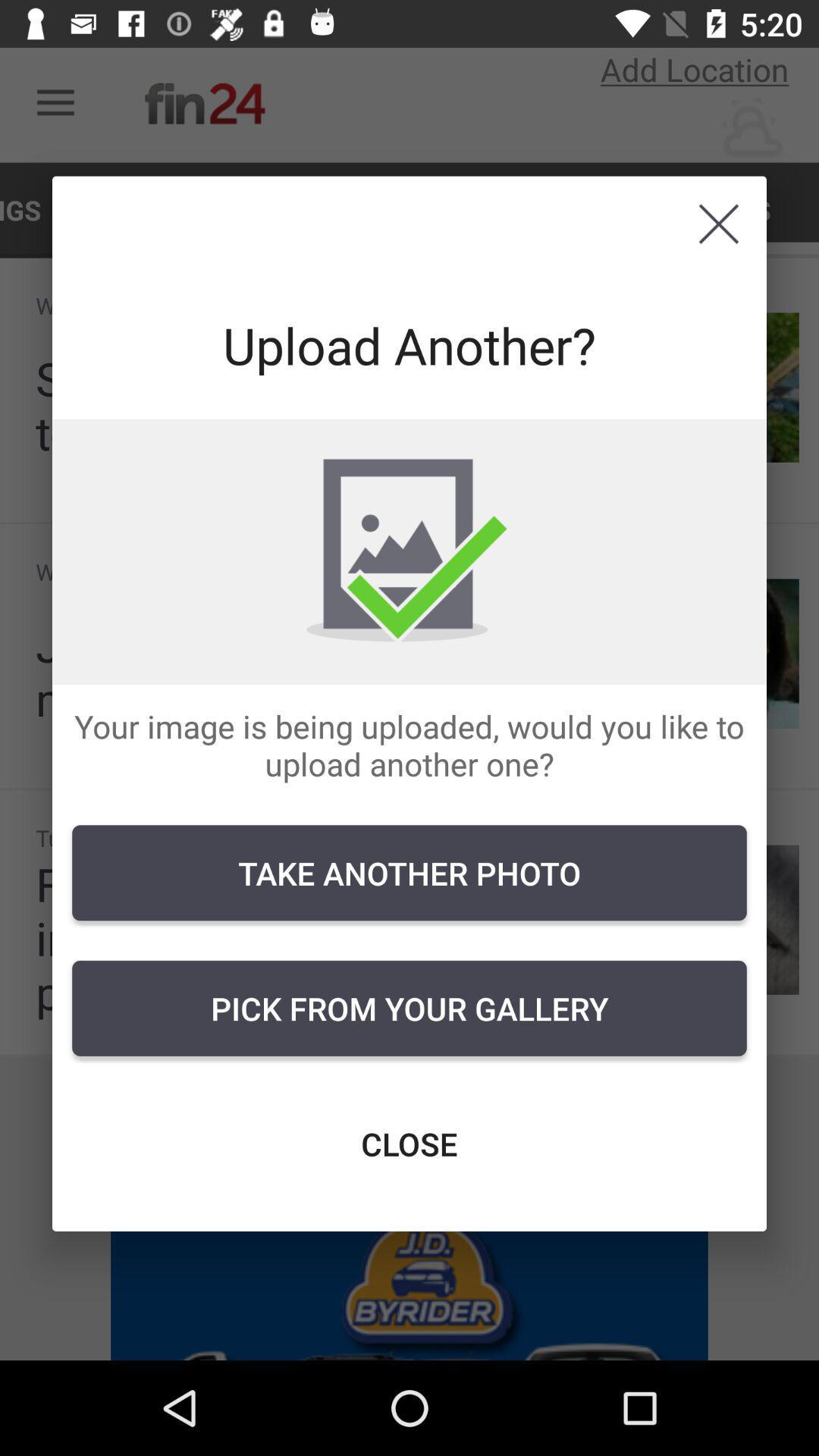 The width and height of the screenshot is (819, 1456). What do you see at coordinates (409, 873) in the screenshot?
I see `the take another photo item` at bounding box center [409, 873].